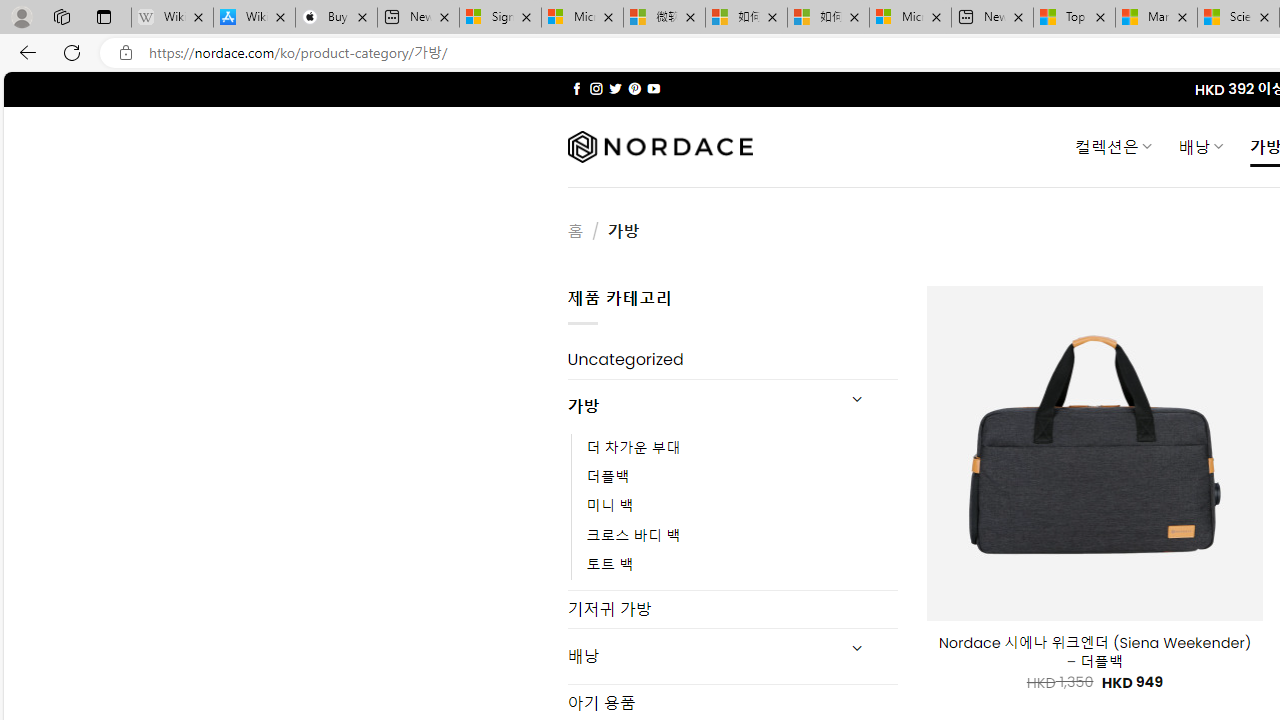  What do you see at coordinates (172, 17) in the screenshot?
I see `'Wikipedia - Sleeping'` at bounding box center [172, 17].